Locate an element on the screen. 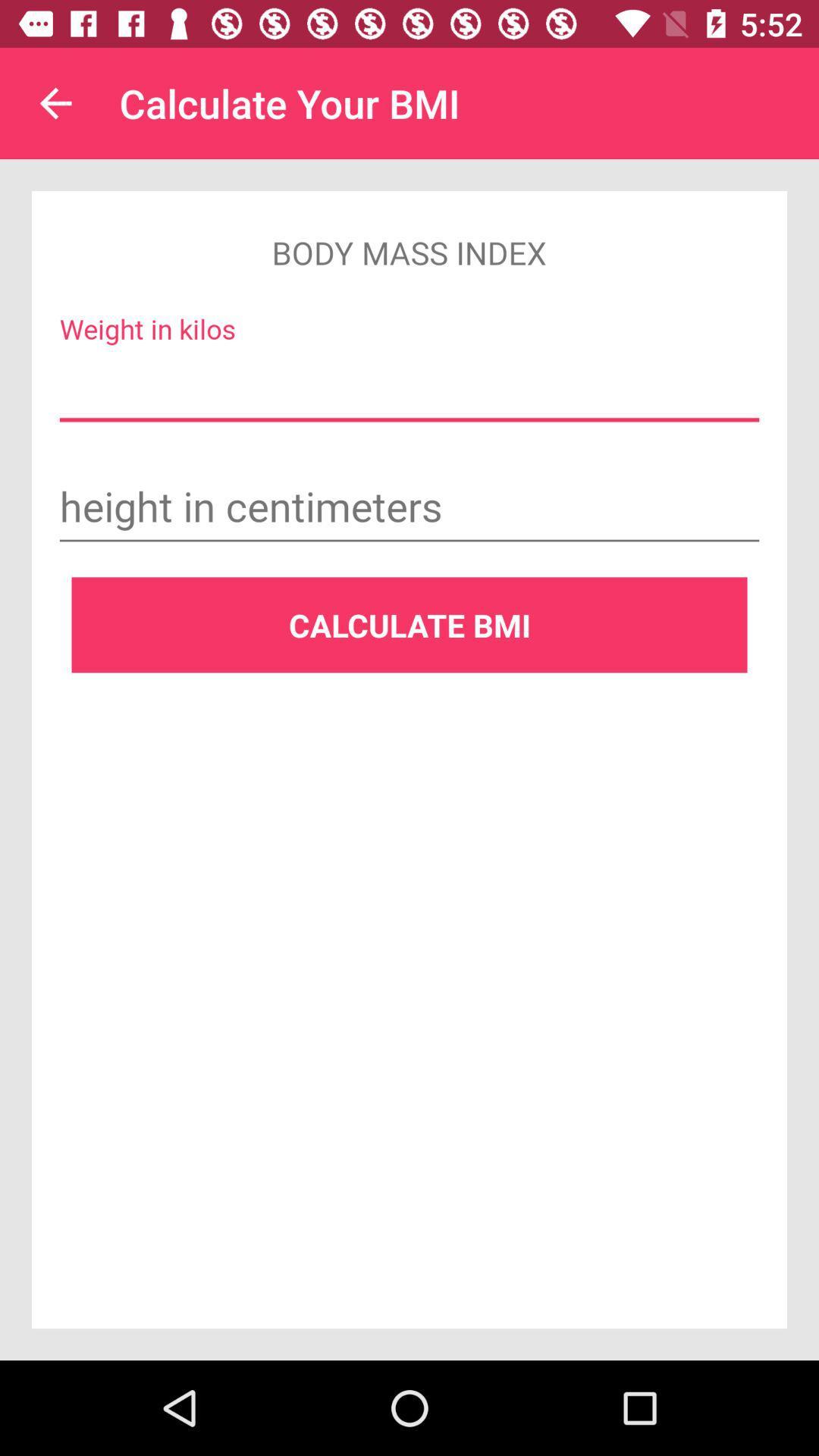 The height and width of the screenshot is (1456, 819). fill section is located at coordinates (409, 387).